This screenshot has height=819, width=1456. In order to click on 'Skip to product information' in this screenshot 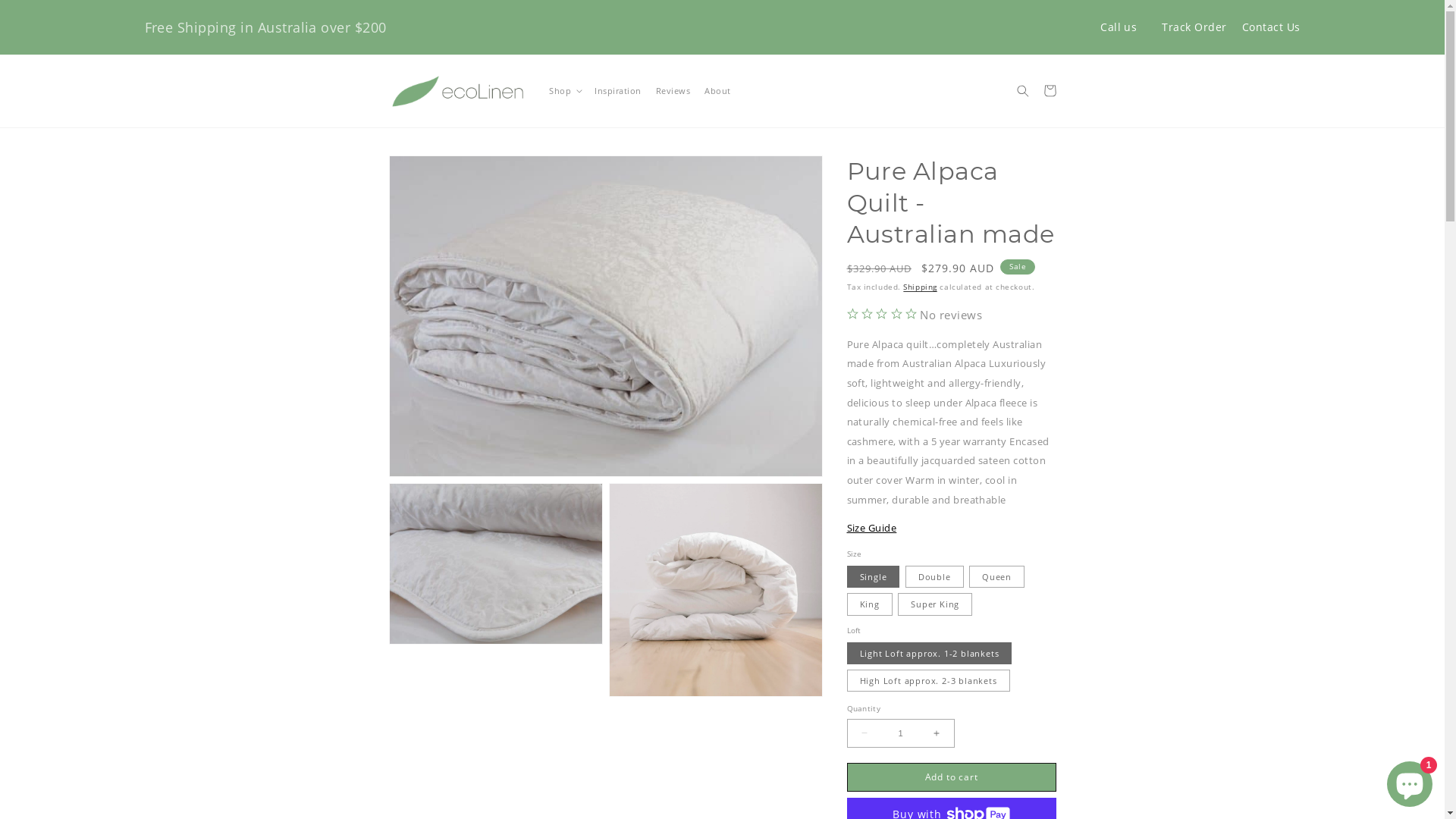, I will do `click(425, 169)`.